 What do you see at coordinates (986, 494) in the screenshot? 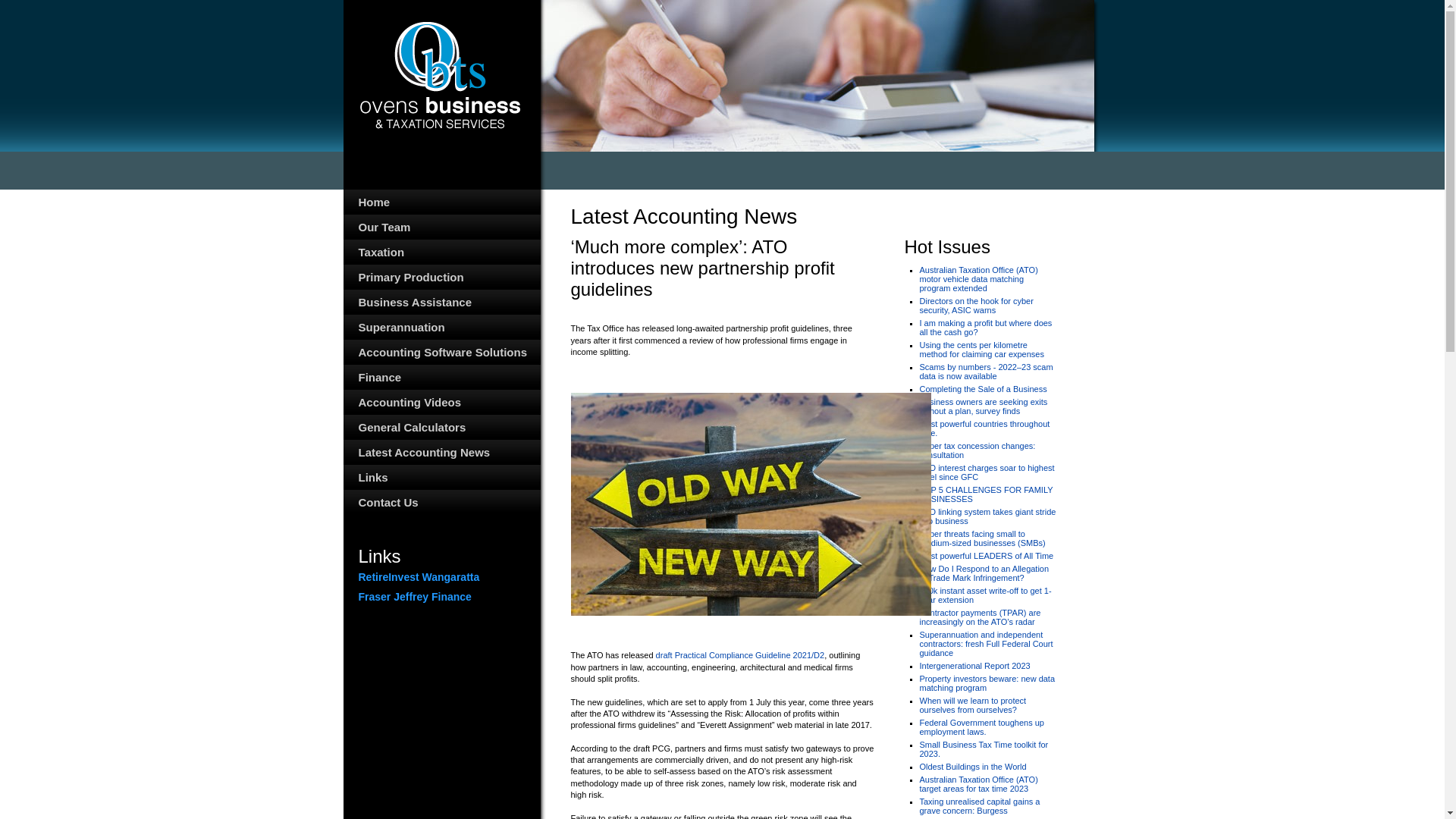
I see `'TOP 5 CHALLENGES FOR FAMILY BUSINESSES'` at bounding box center [986, 494].